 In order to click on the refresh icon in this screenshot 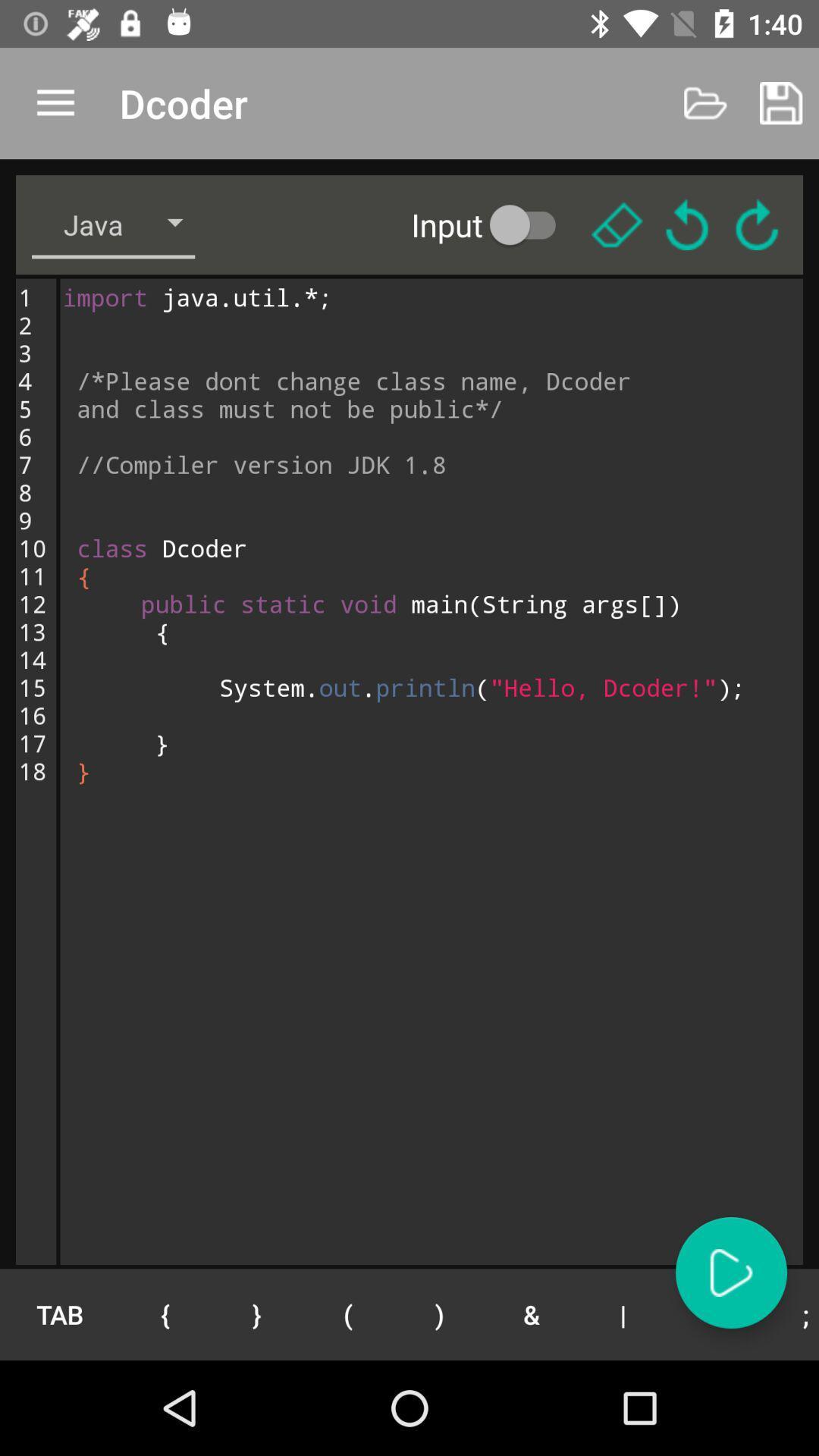, I will do `click(757, 224)`.